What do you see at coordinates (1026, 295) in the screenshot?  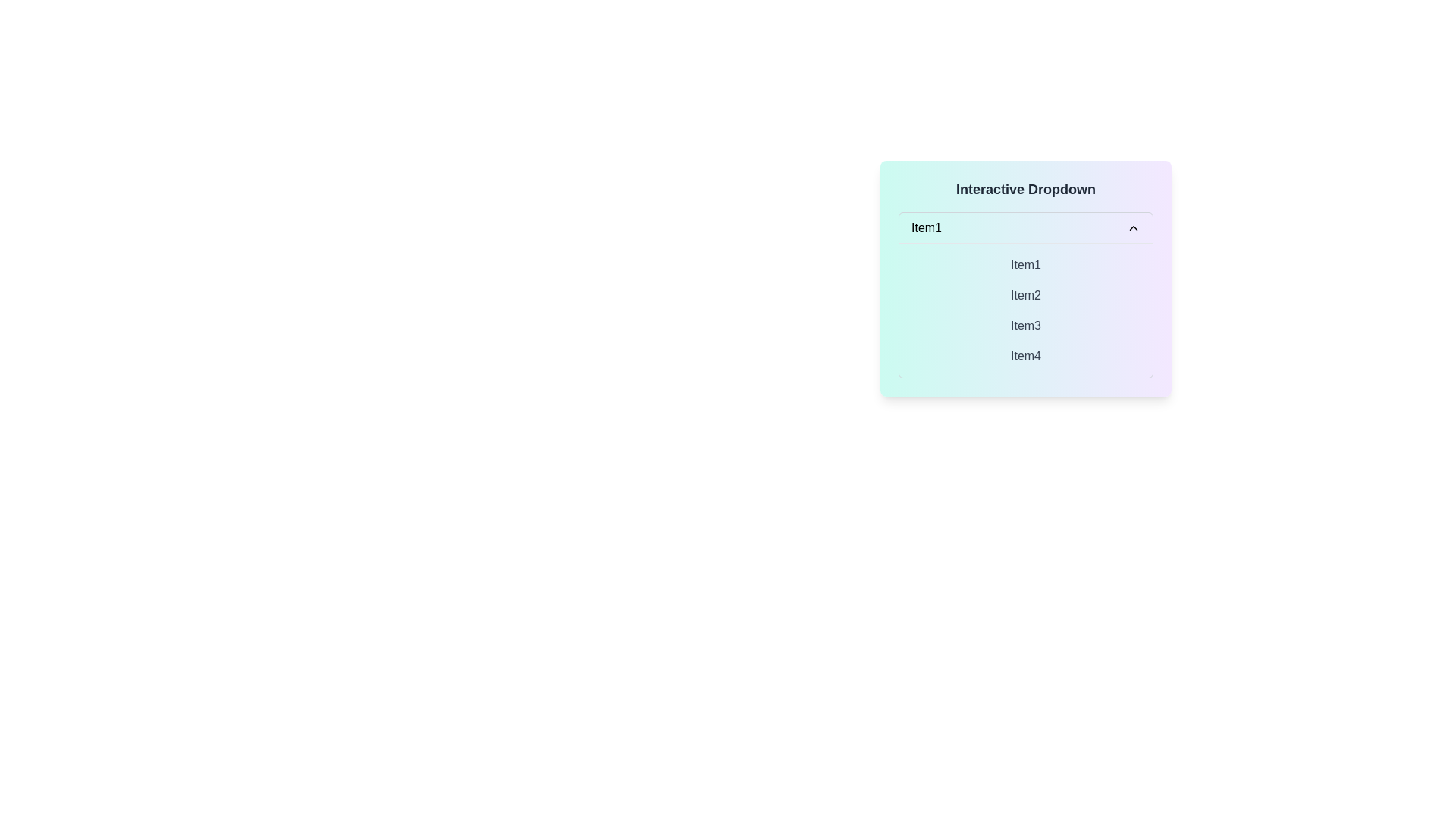 I see `the selectable dropdown item labeled 'Item2' in the dropdown menu under the heading 'Interactive Dropdown'` at bounding box center [1026, 295].